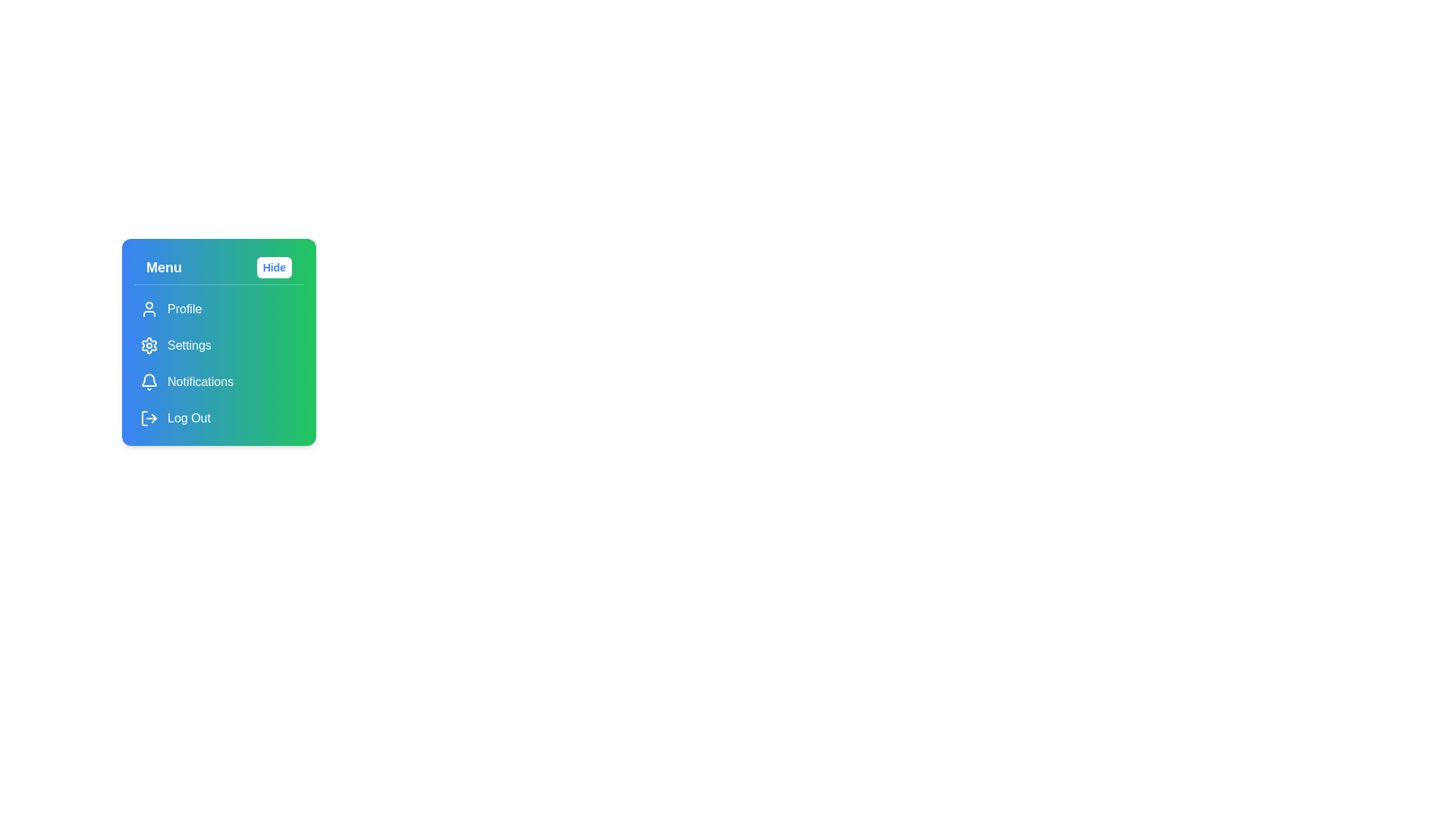 The image size is (1456, 819). Describe the element at coordinates (199, 381) in the screenshot. I see `the 'Notifications' text label in the sidebar menu` at that location.